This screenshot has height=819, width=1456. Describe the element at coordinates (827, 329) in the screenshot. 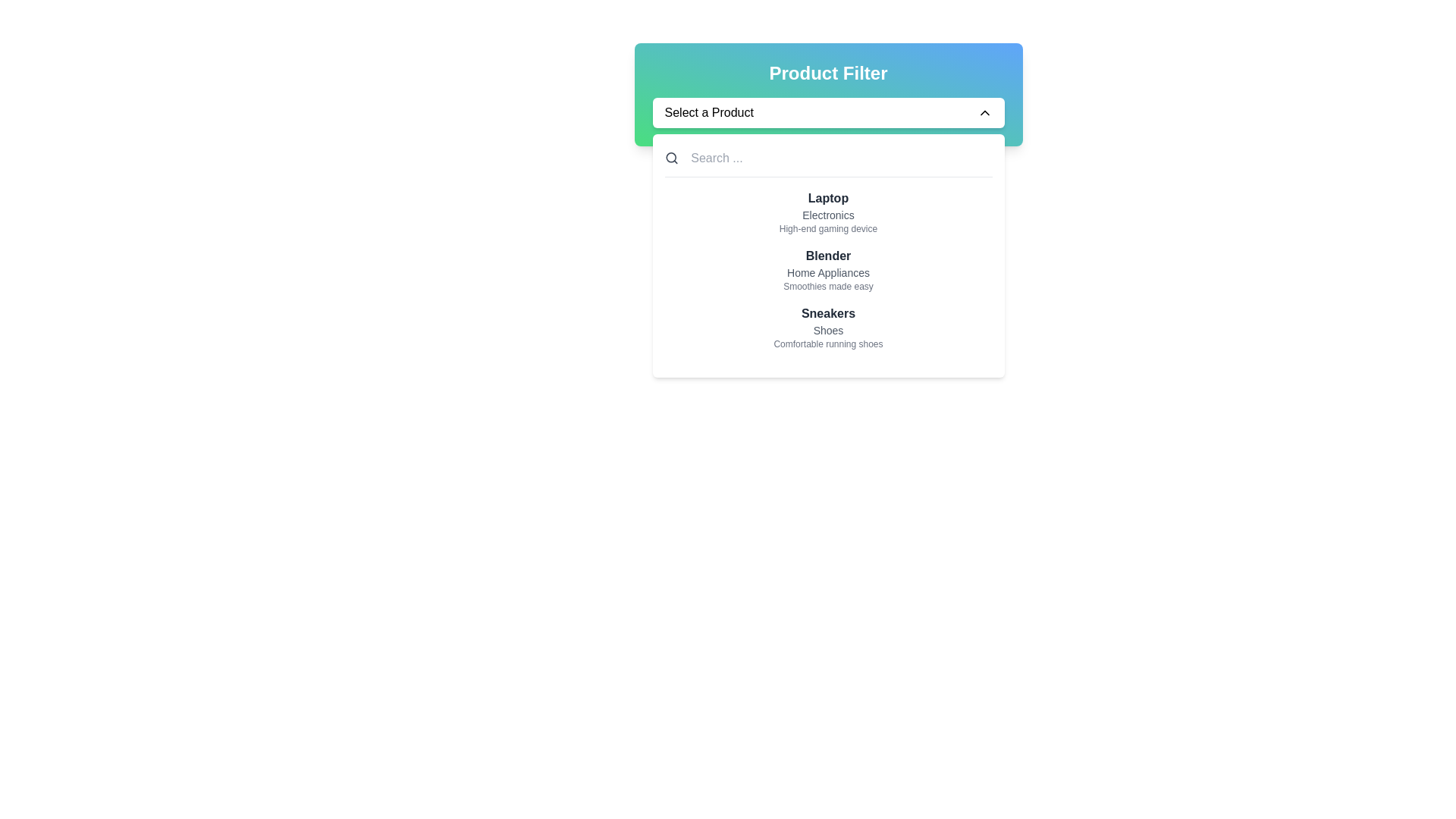

I see `the text label that reads 'Shoes', which is styled in light gray and positioned below the 'Sneakers' label within the dropdown list` at that location.